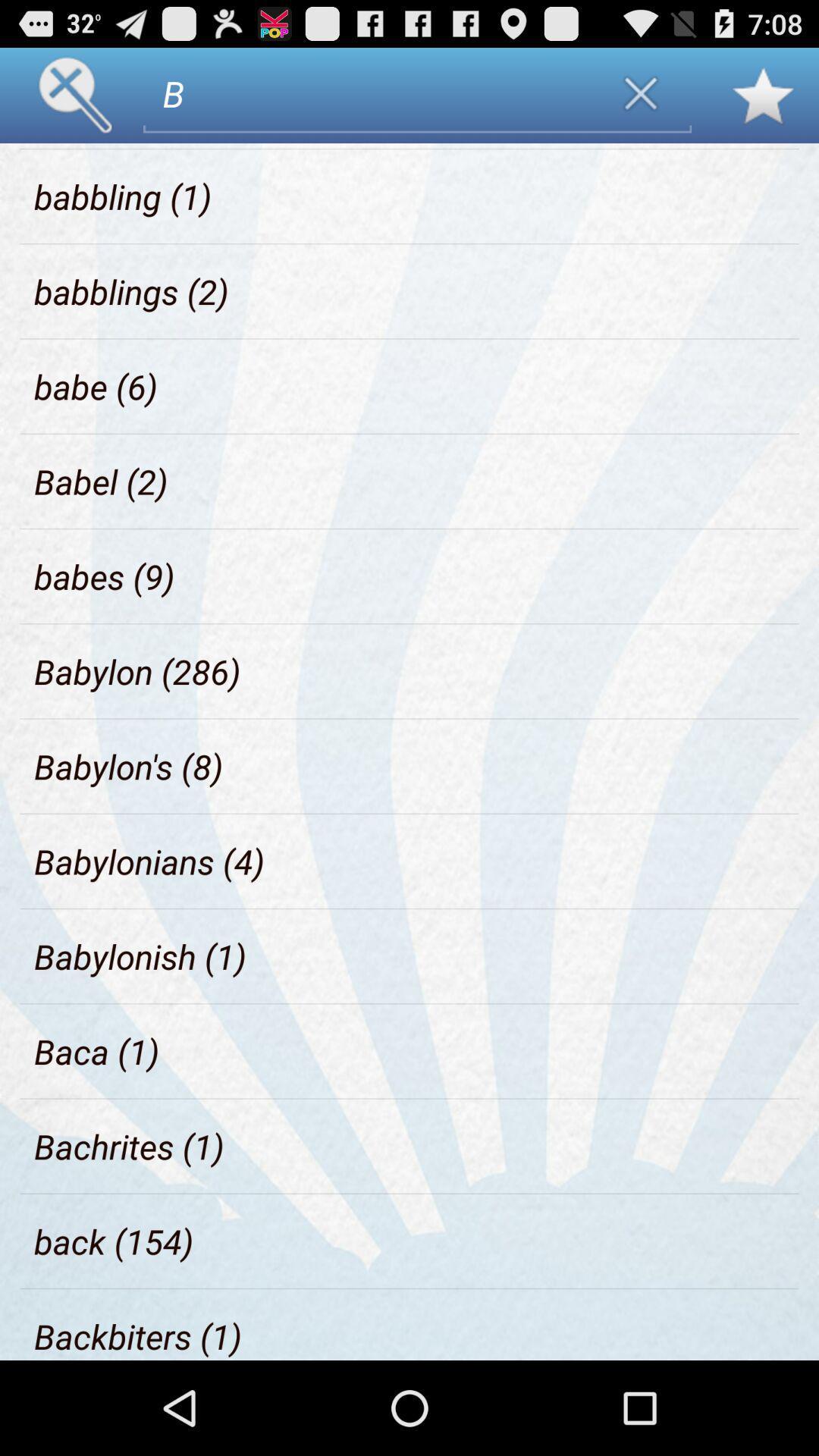 This screenshot has height=1456, width=819. What do you see at coordinates (130, 291) in the screenshot?
I see `the icon below babbling (1) item` at bounding box center [130, 291].